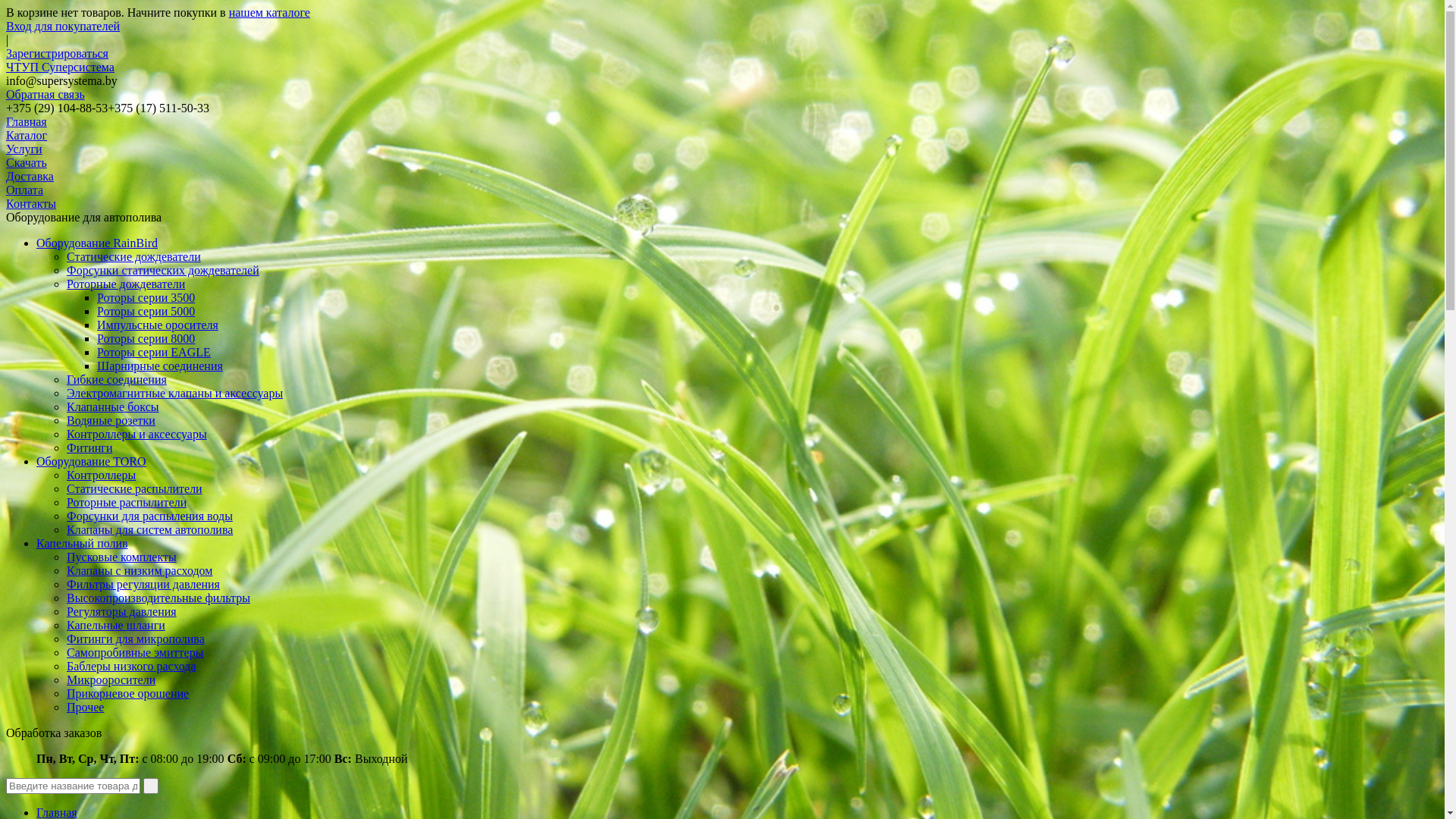 Image resolution: width=1456 pixels, height=819 pixels. Describe the element at coordinates (143, 785) in the screenshot. I see `' '` at that location.